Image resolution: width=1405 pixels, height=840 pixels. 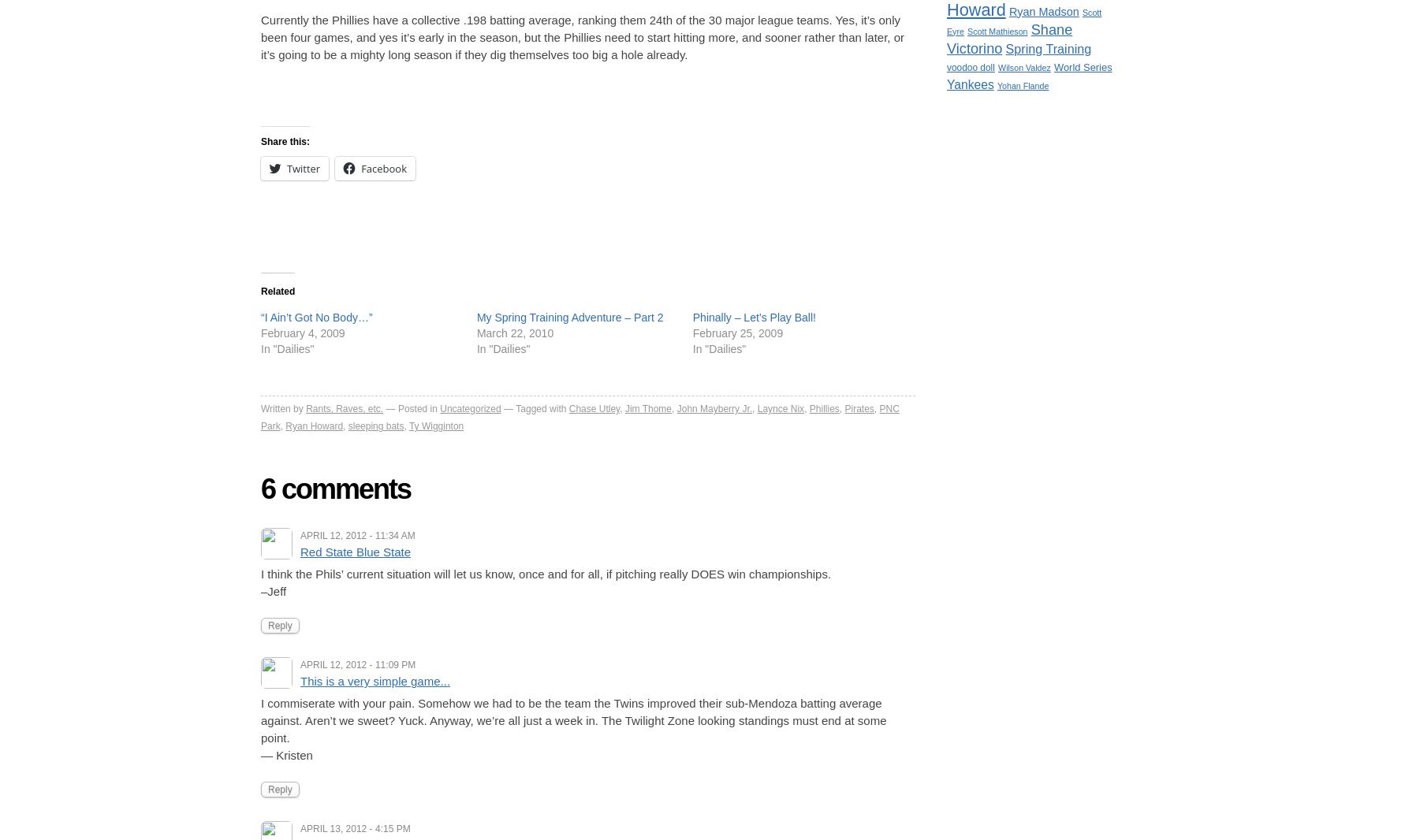 What do you see at coordinates (374, 681) in the screenshot?
I see `'This is a very simple game...'` at bounding box center [374, 681].